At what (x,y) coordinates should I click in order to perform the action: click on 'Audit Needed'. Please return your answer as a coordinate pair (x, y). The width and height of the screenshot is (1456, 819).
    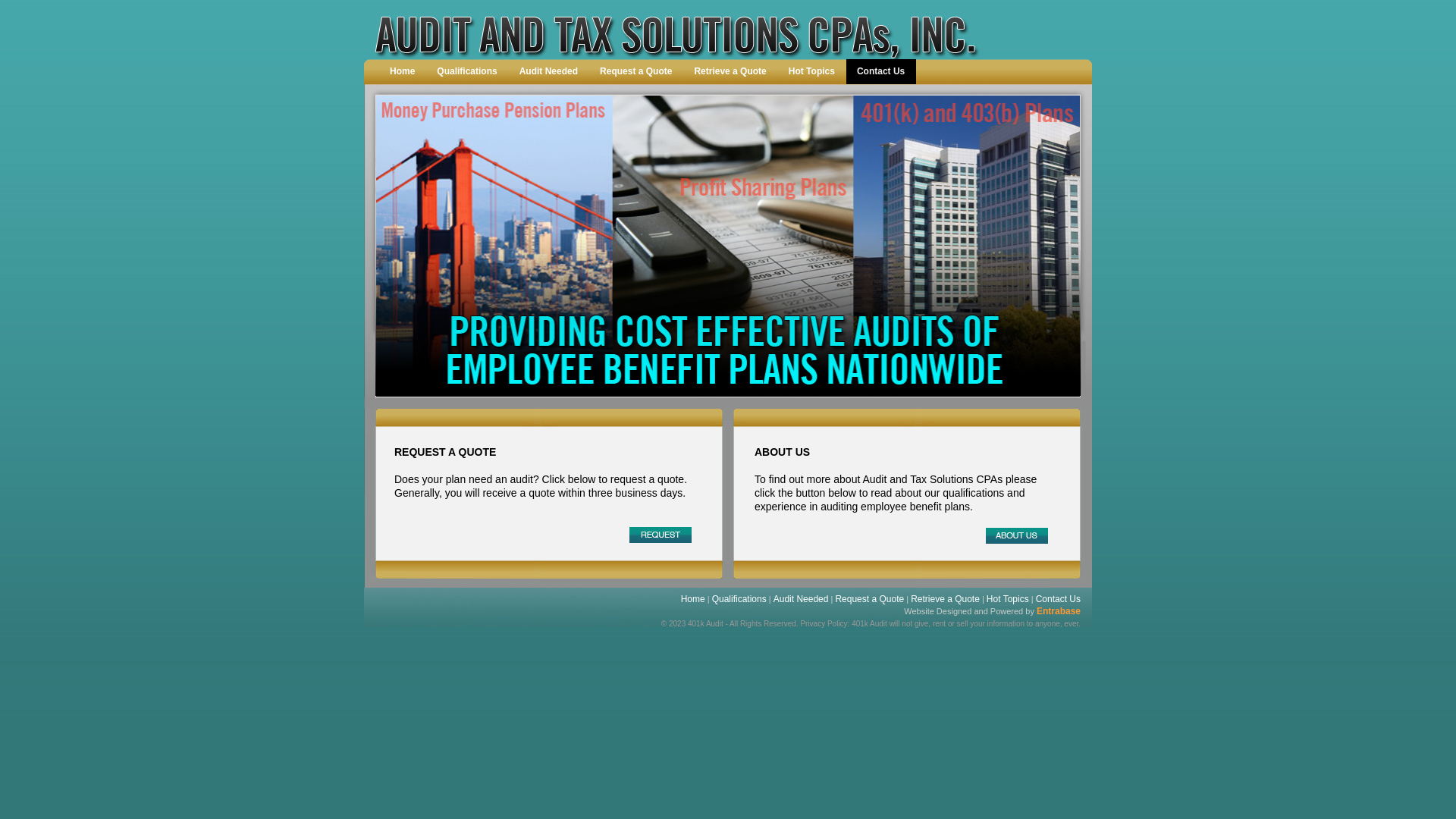
    Looking at the image, I should click on (548, 71).